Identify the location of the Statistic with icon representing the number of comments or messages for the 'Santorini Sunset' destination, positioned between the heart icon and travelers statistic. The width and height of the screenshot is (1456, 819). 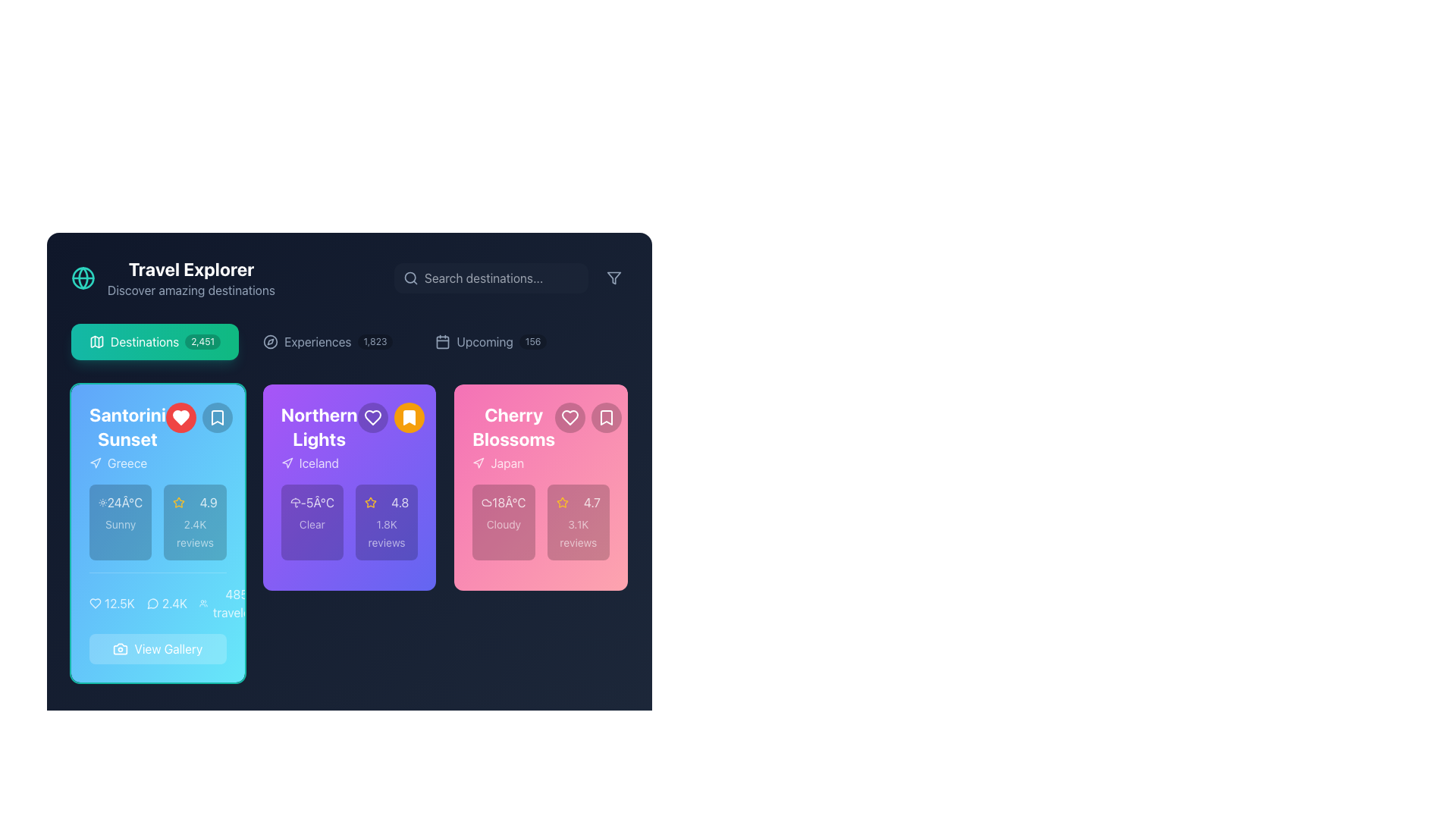
(167, 602).